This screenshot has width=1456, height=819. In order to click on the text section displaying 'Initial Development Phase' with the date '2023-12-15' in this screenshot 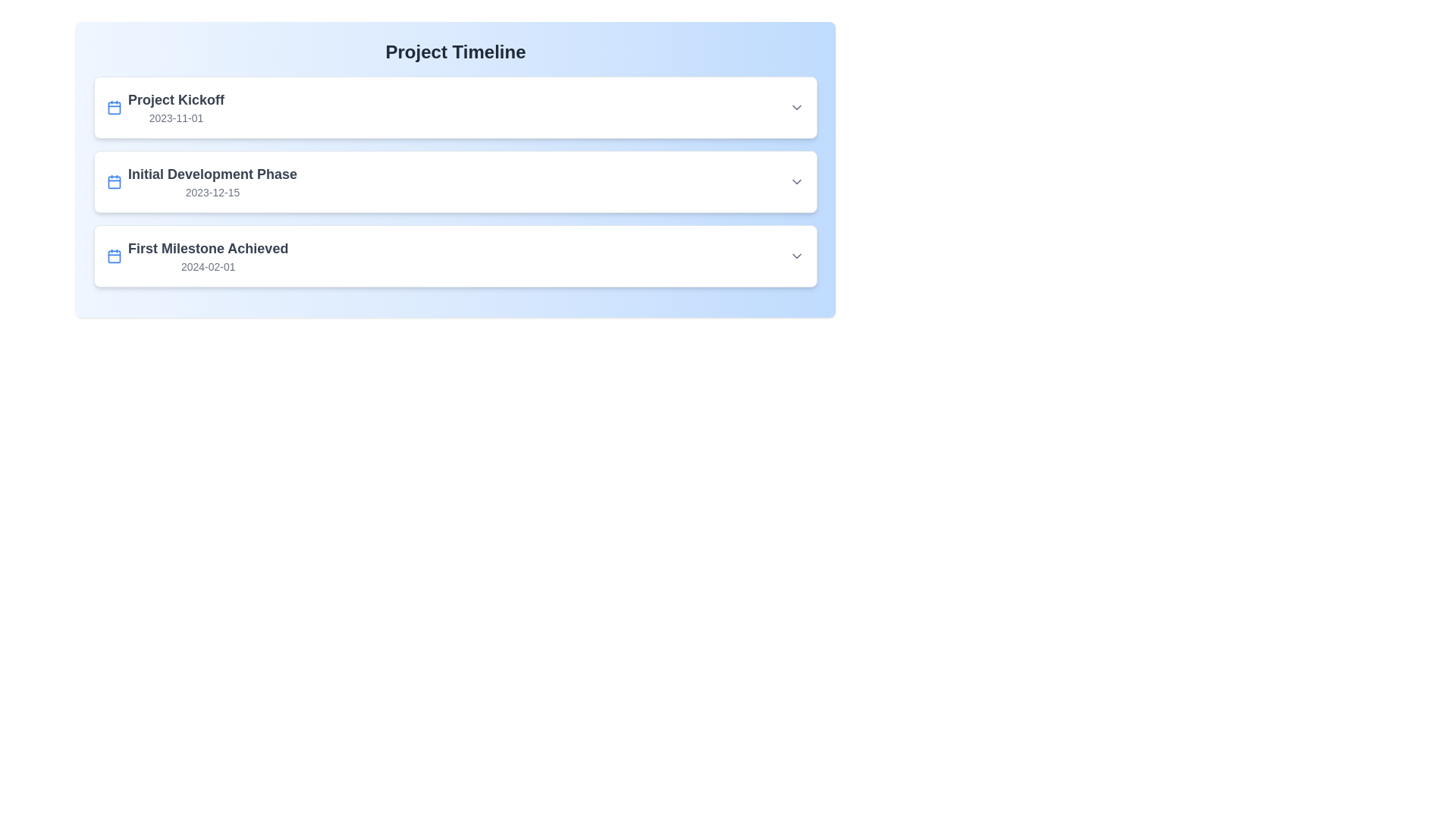, I will do `click(201, 180)`.